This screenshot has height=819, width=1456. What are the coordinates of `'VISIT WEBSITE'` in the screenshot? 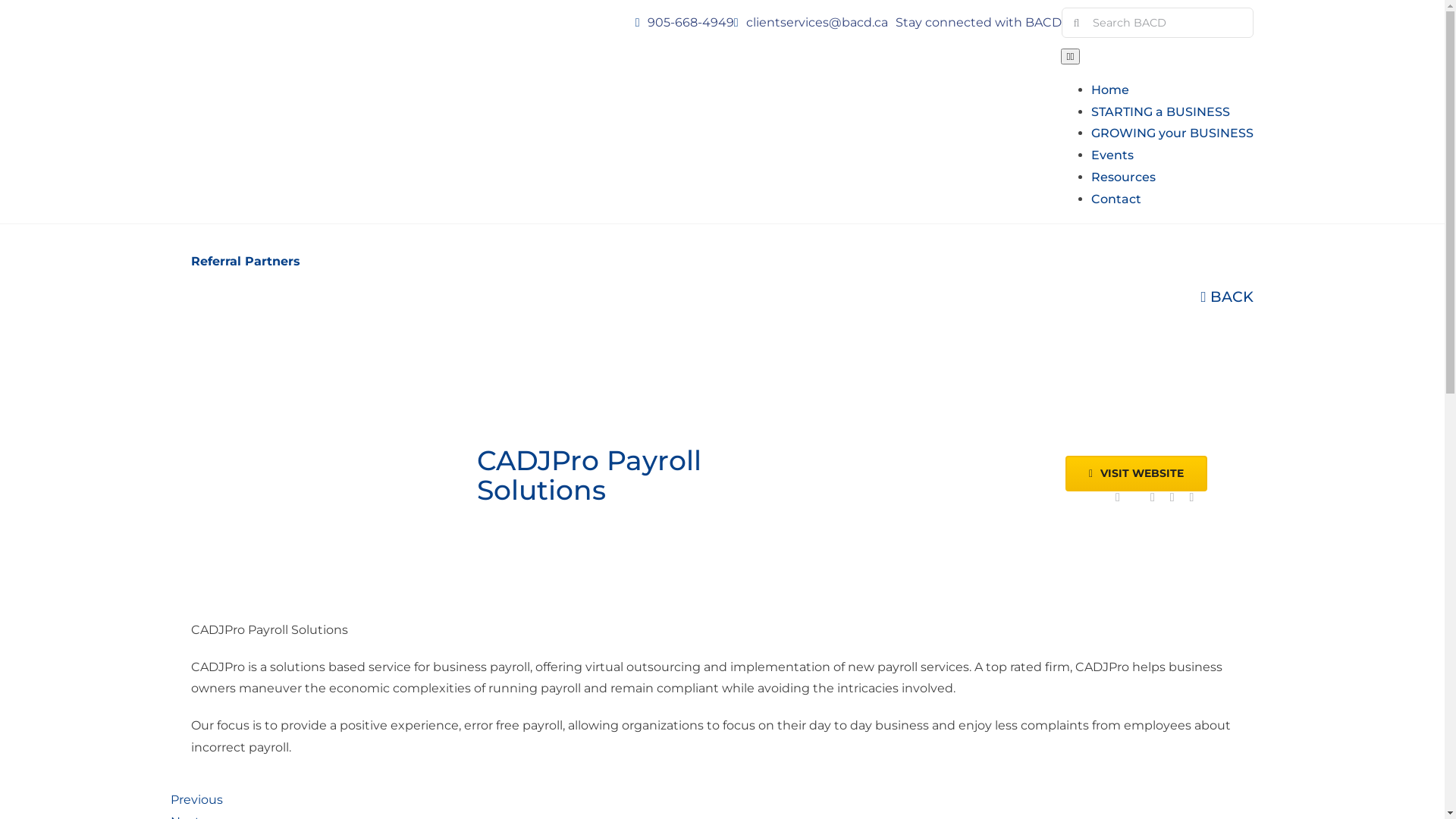 It's located at (1136, 472).